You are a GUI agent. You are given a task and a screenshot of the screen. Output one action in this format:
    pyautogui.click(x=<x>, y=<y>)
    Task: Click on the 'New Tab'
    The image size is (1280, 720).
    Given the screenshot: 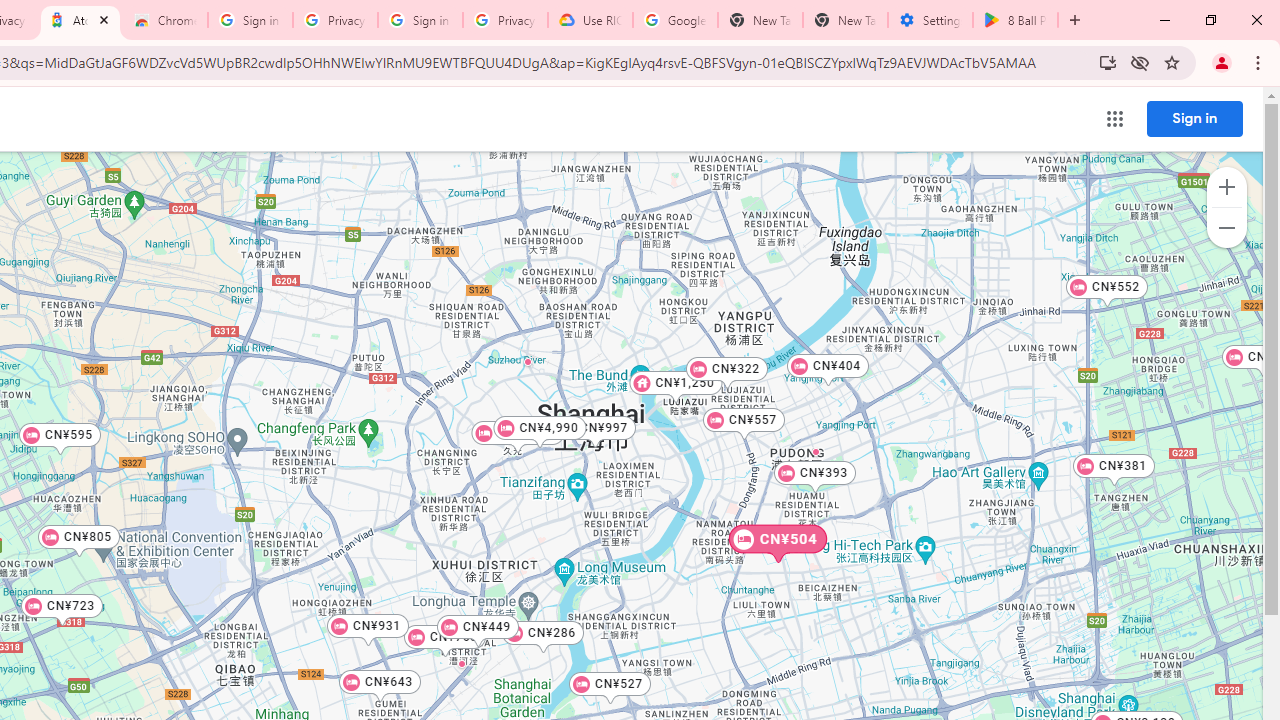 What is the action you would take?
    pyautogui.click(x=845, y=20)
    